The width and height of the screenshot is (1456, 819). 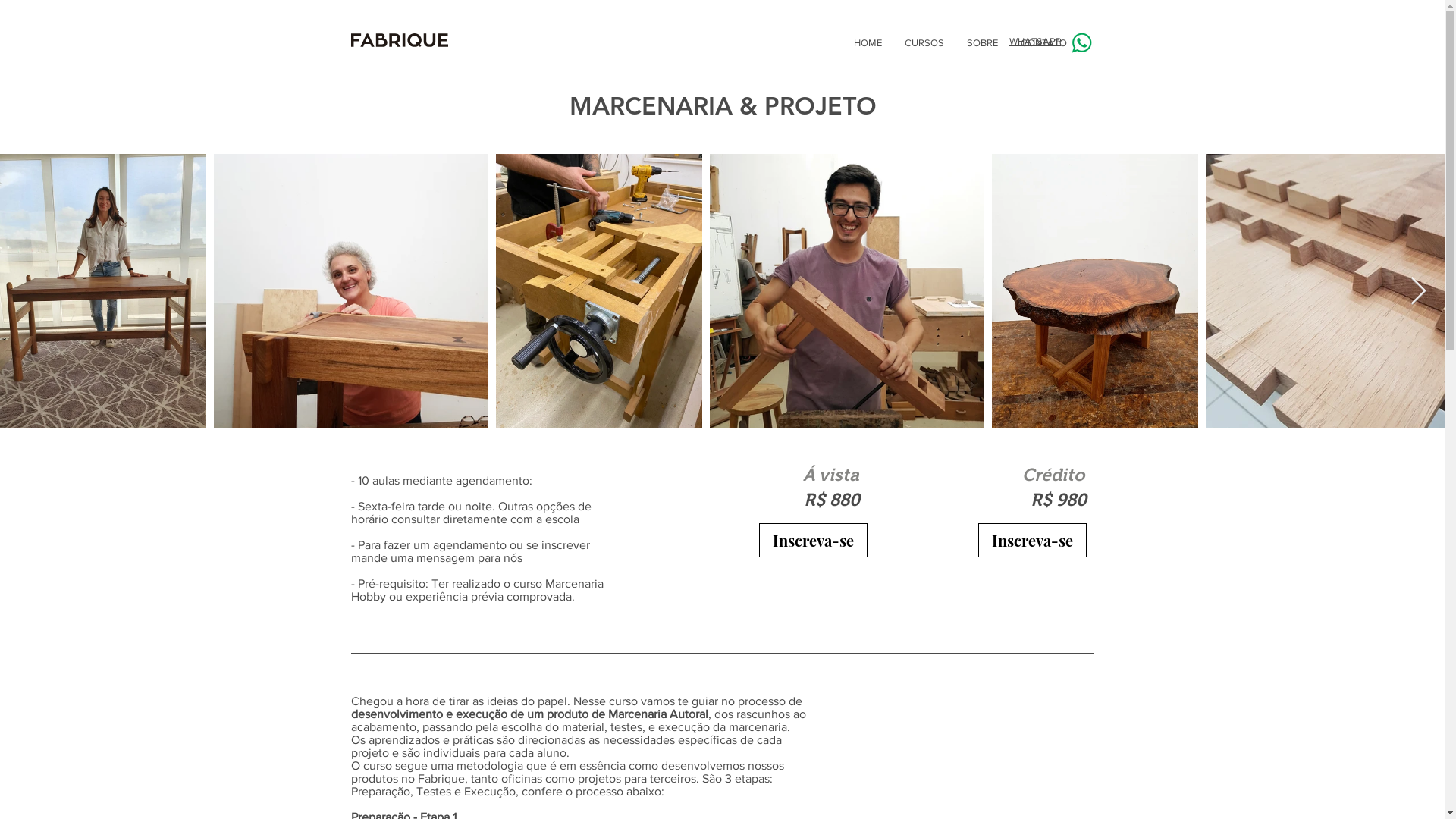 What do you see at coordinates (1034, 40) in the screenshot?
I see `'WHATSAPP'` at bounding box center [1034, 40].